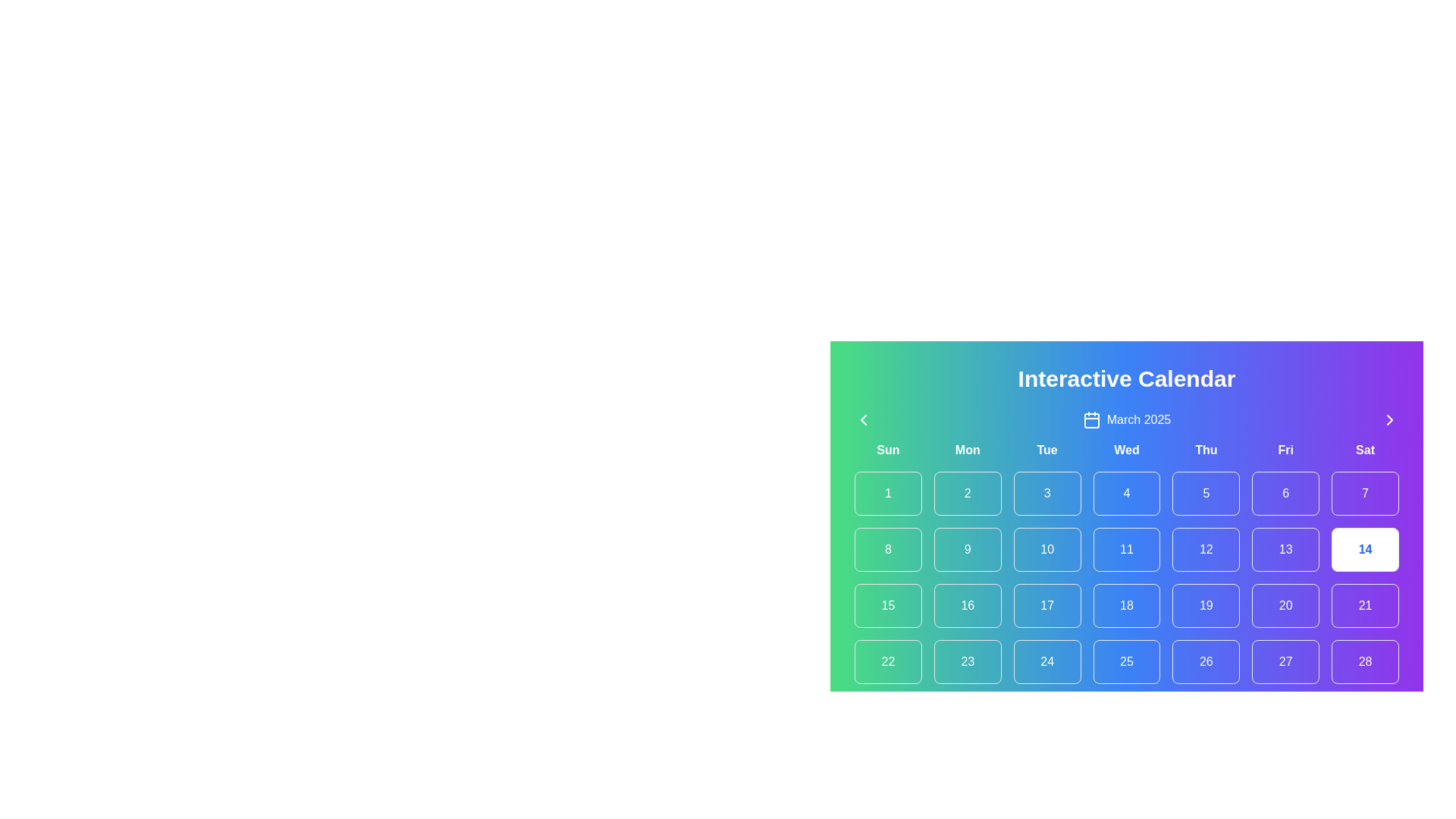 Image resolution: width=1456 pixels, height=819 pixels. Describe the element at coordinates (1205, 604) in the screenshot. I see `the blue button displaying the number '19'` at that location.